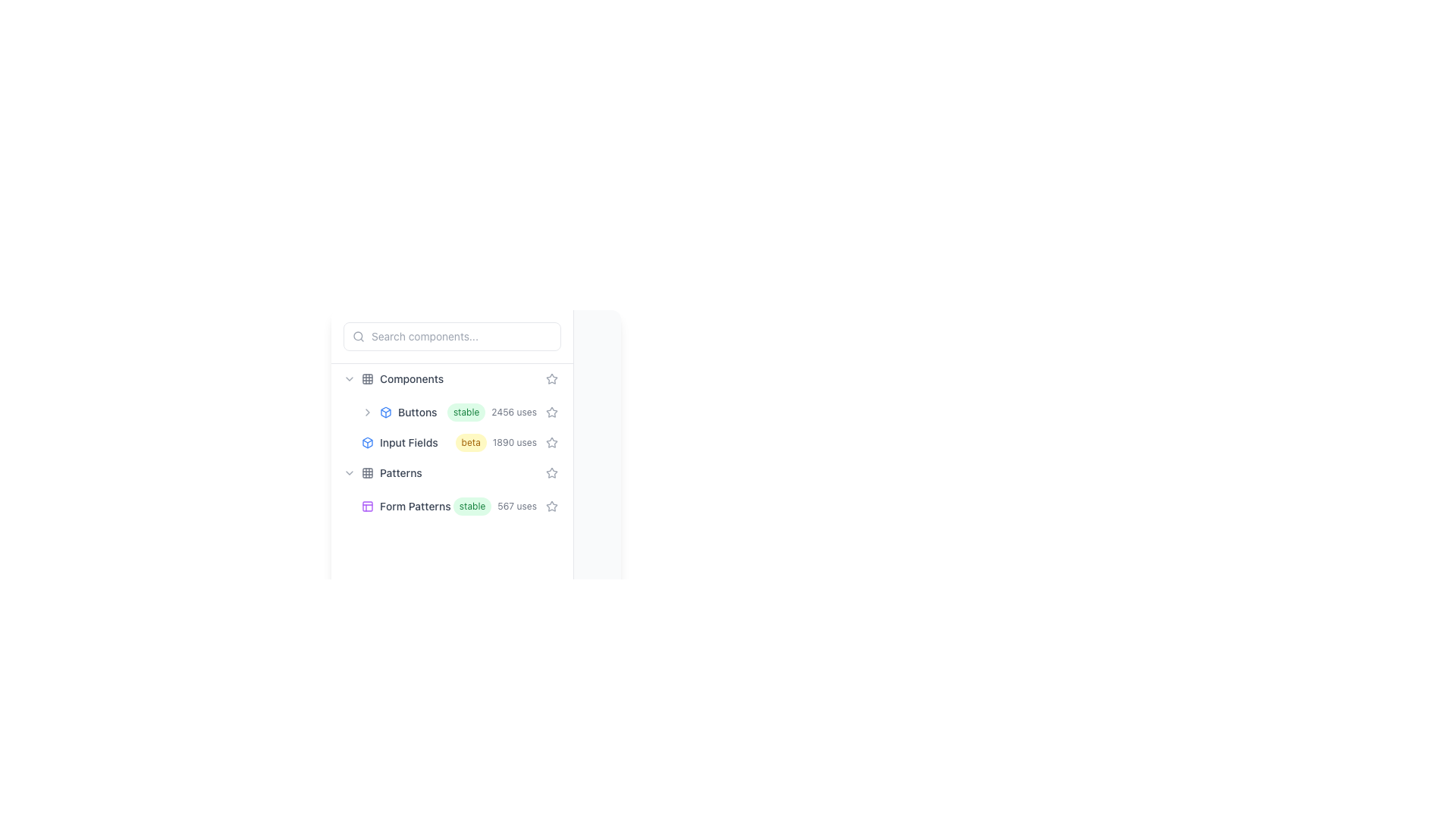 The height and width of the screenshot is (819, 1456). Describe the element at coordinates (415, 506) in the screenshot. I see `the 'Form Patterns' text label` at that location.